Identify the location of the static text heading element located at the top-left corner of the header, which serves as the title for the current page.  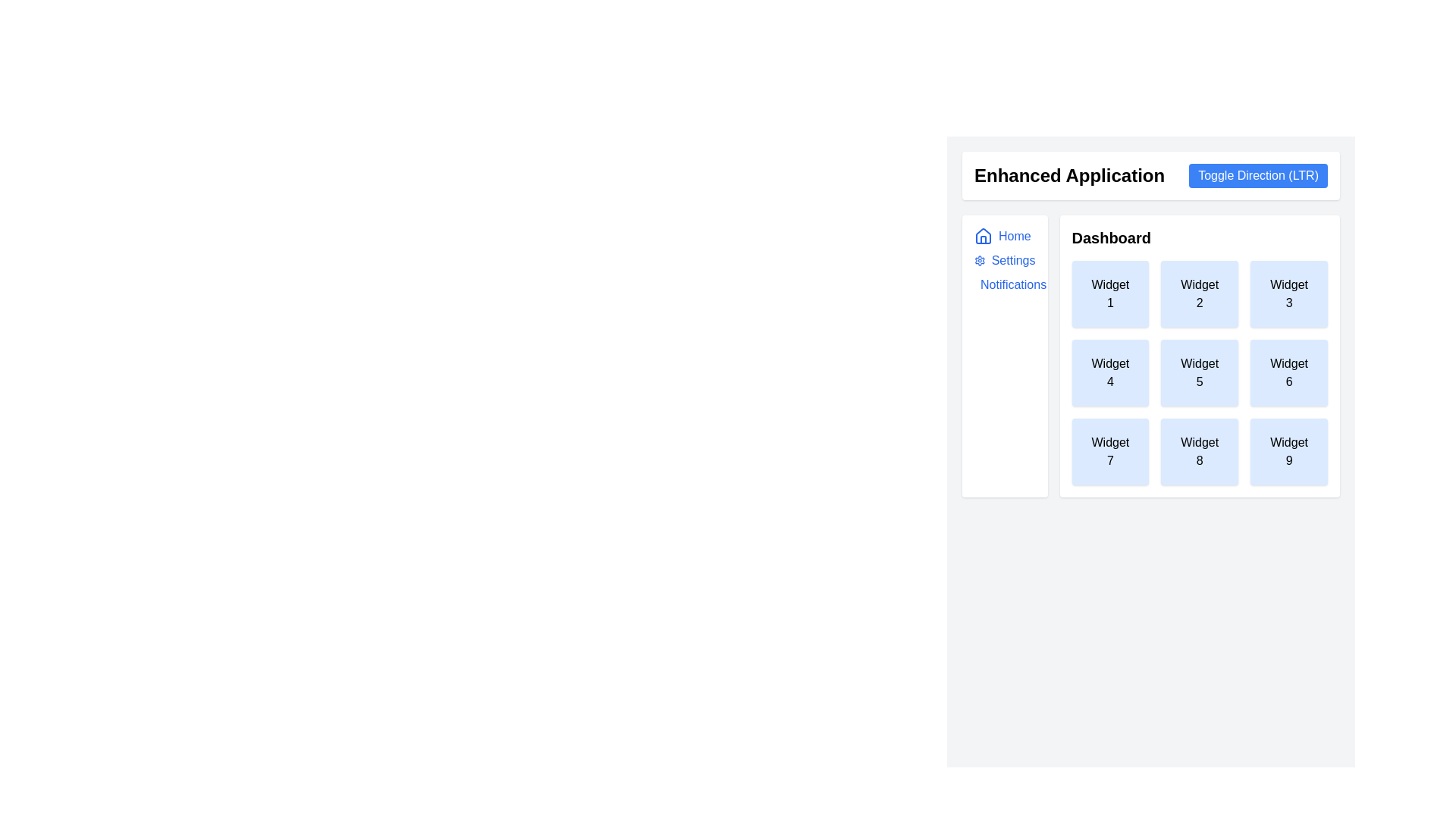
(1068, 174).